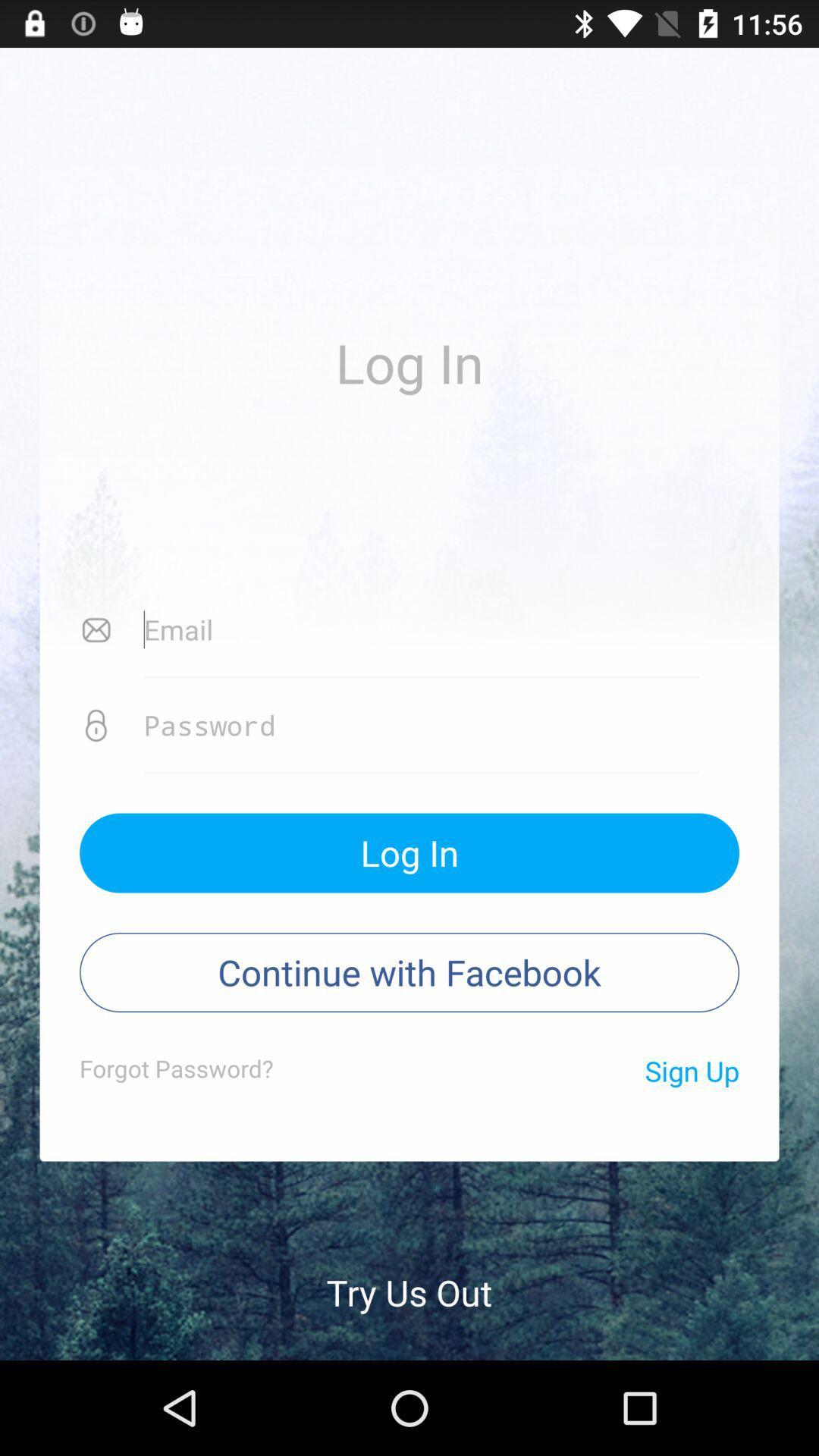  Describe the element at coordinates (422, 629) in the screenshot. I see `email` at that location.